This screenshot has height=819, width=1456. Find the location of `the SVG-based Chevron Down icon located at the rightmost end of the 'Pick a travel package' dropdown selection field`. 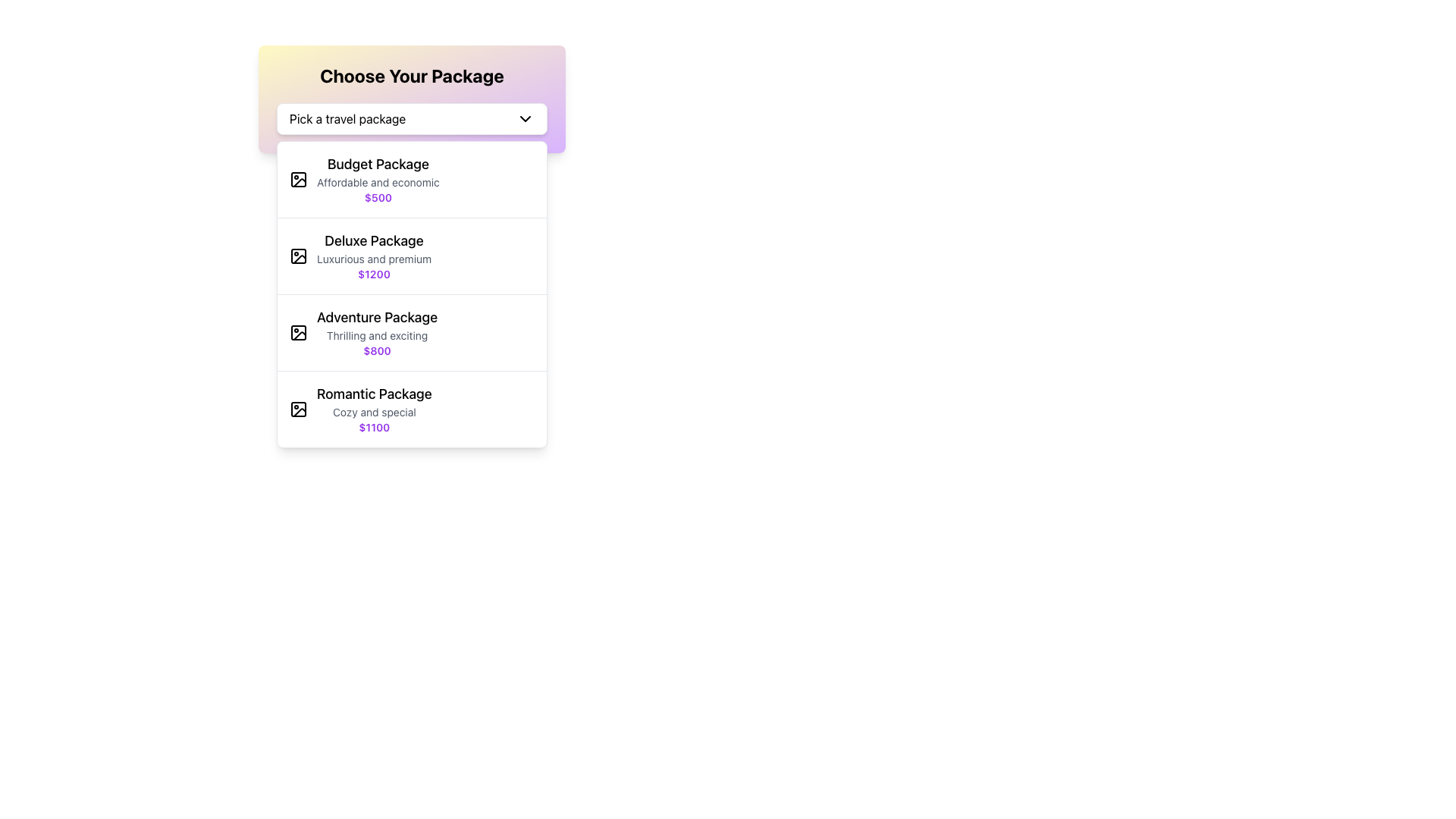

the SVG-based Chevron Down icon located at the rightmost end of the 'Pick a travel package' dropdown selection field is located at coordinates (525, 118).